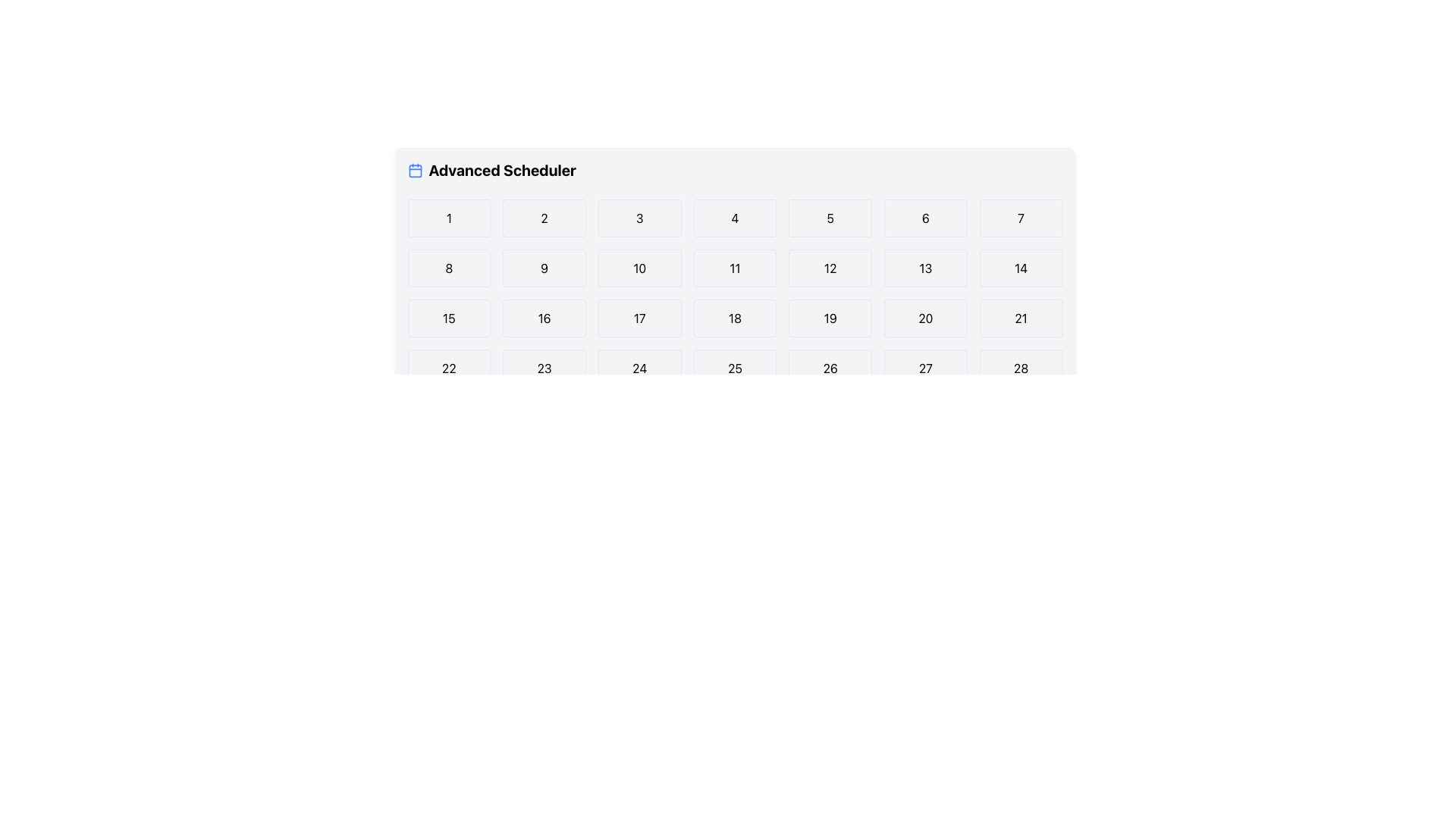 The width and height of the screenshot is (1456, 819). What do you see at coordinates (639, 318) in the screenshot?
I see `the button representing the numerical value 17, located in the third row and third column of the grid, between the buttons labeled '16' and '18'` at bounding box center [639, 318].